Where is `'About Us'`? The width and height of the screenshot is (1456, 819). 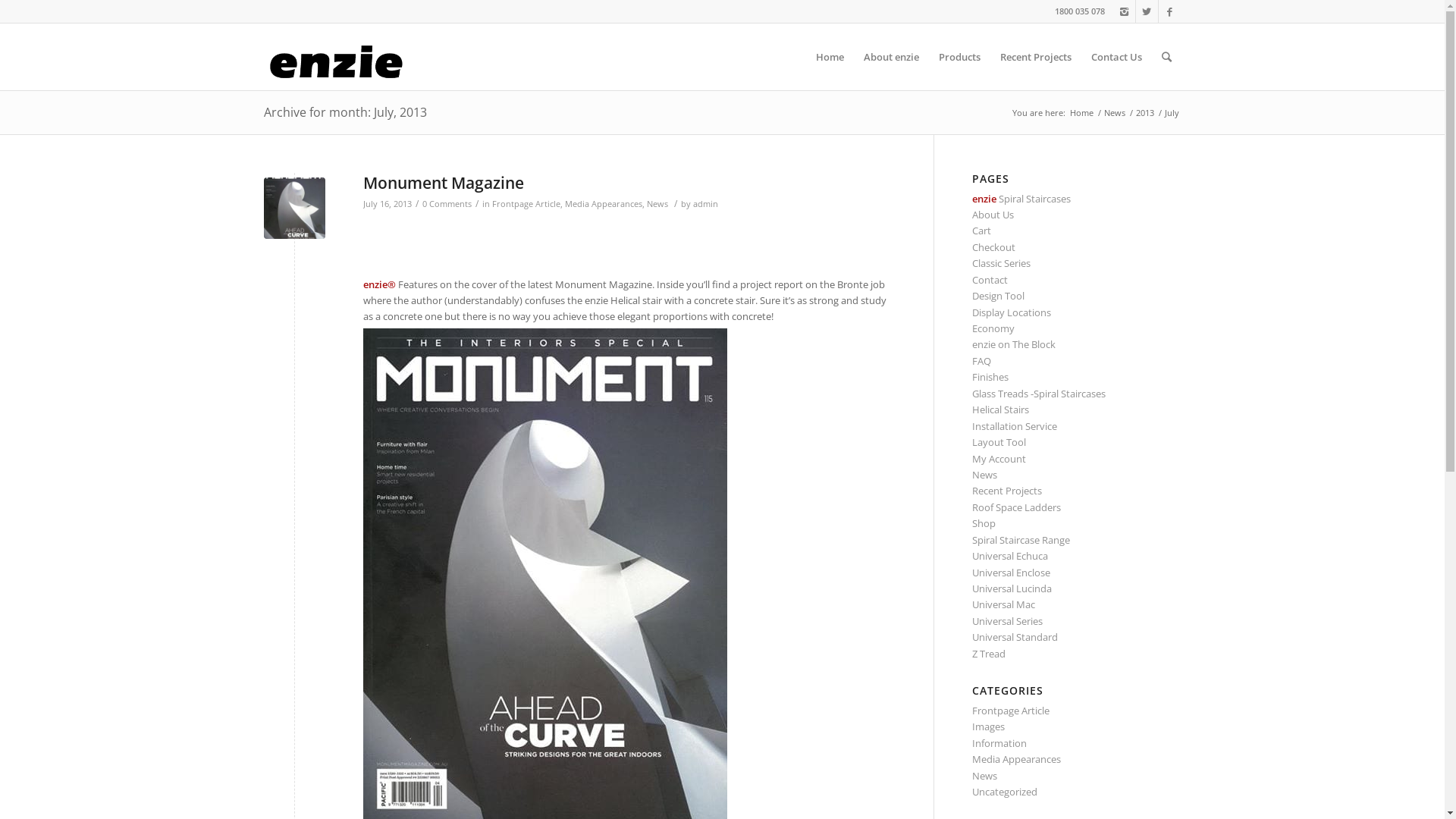 'About Us' is located at coordinates (993, 214).